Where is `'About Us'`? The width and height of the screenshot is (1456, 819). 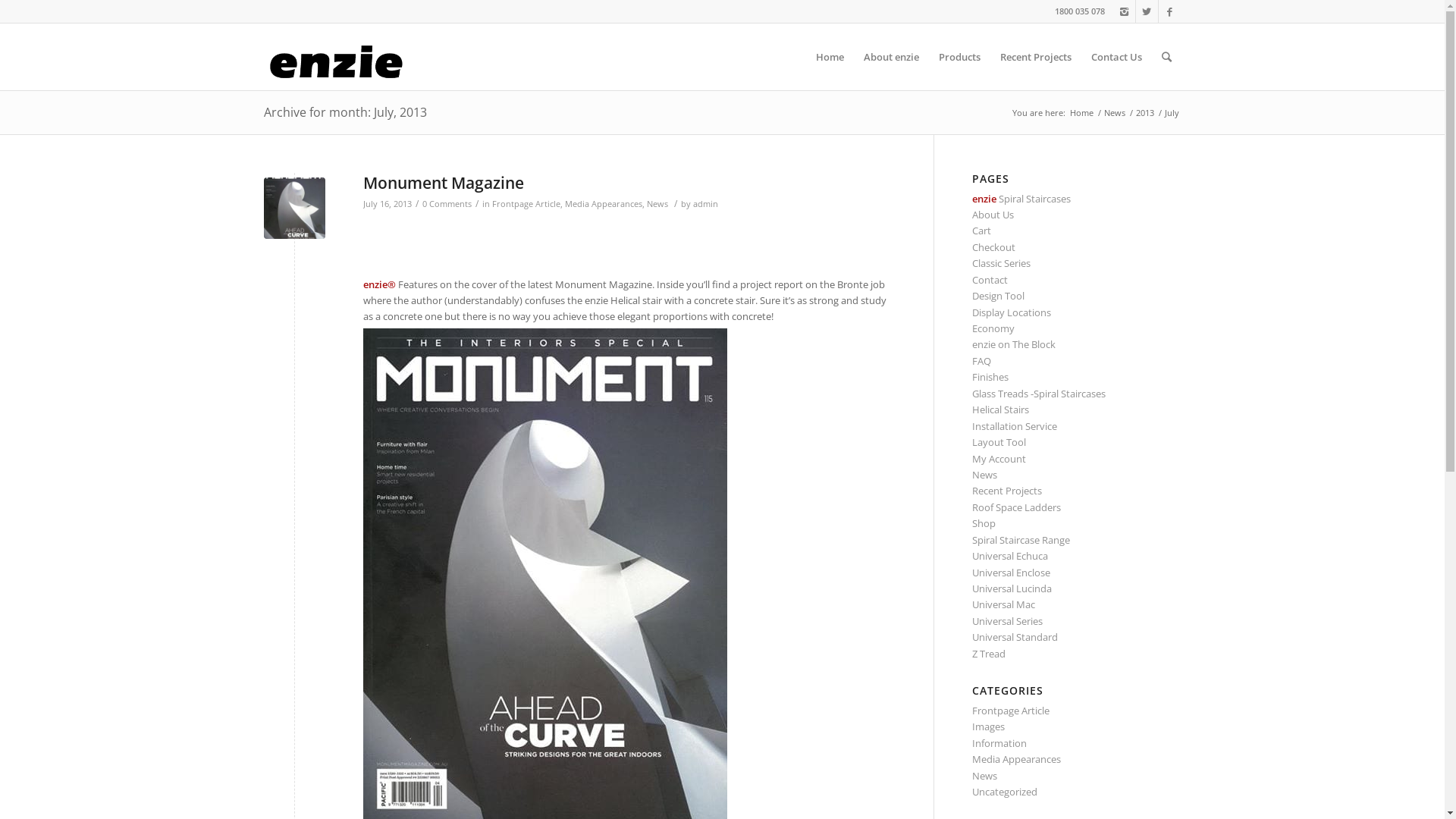 'About Us' is located at coordinates (993, 214).